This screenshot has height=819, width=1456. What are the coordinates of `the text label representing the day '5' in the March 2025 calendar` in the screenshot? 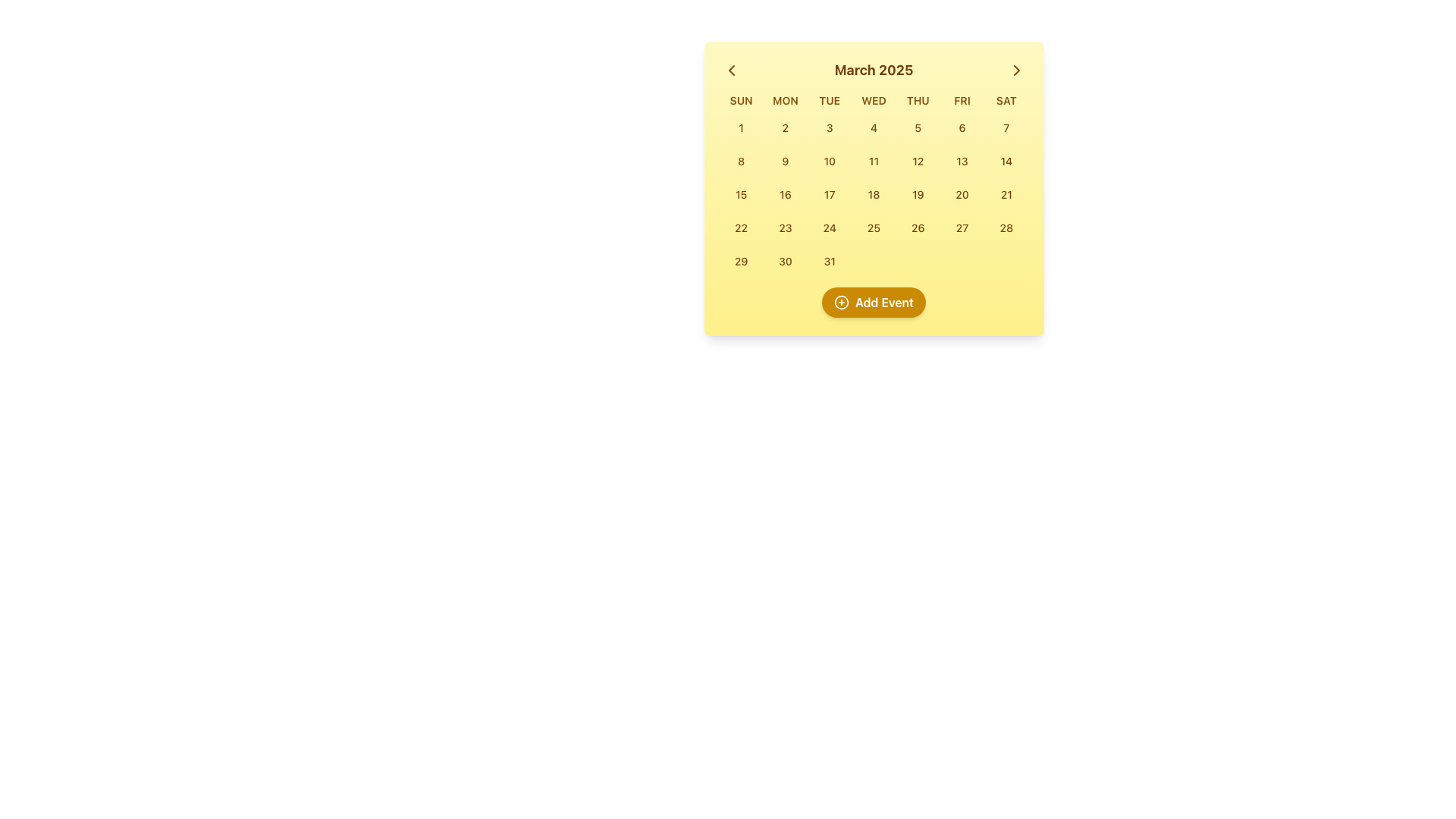 It's located at (917, 127).